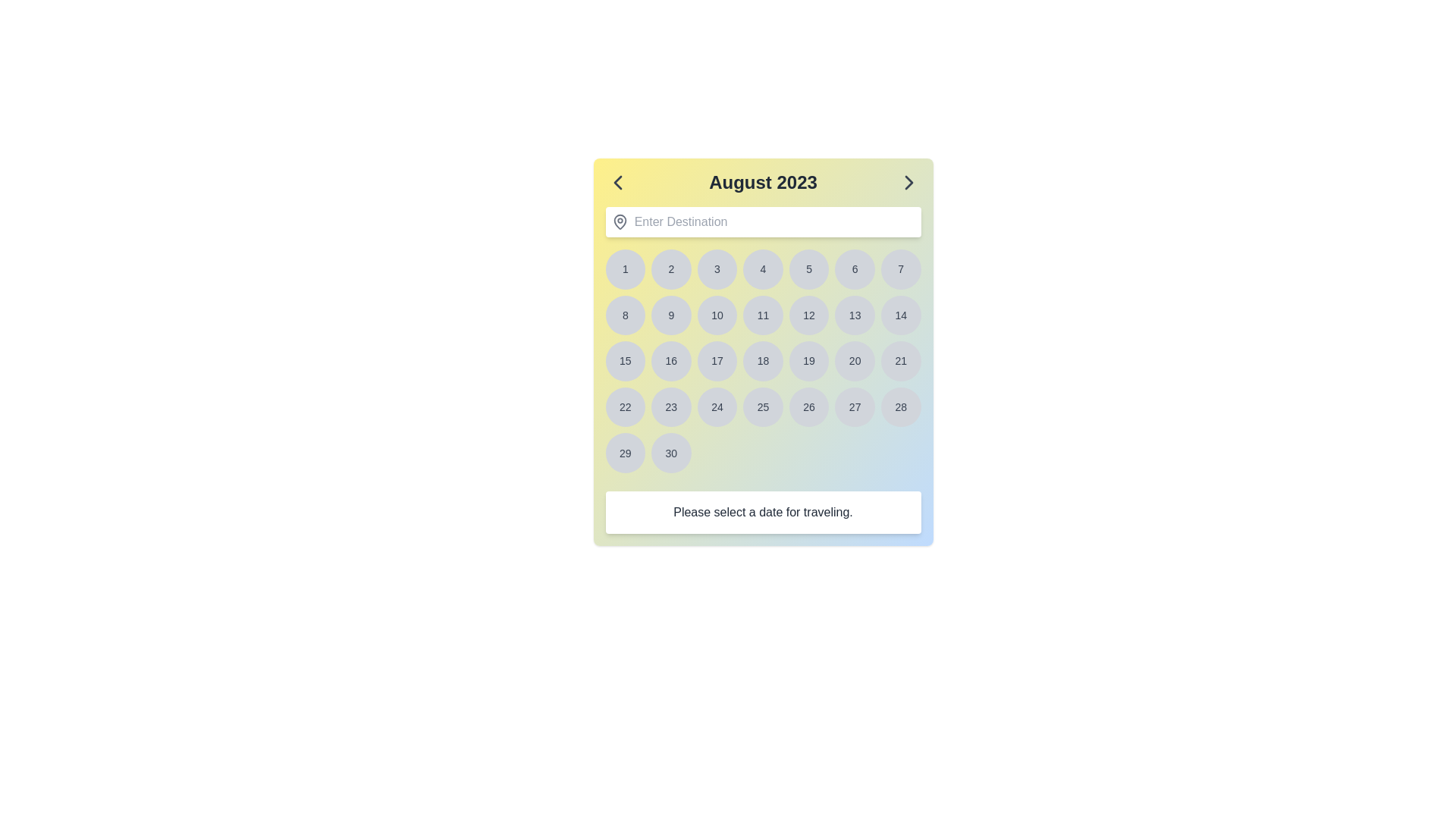  Describe the element at coordinates (625, 452) in the screenshot. I see `the selectable day button representing the 29th day in the calendar interface, located in the last row, first column of the grid` at that location.